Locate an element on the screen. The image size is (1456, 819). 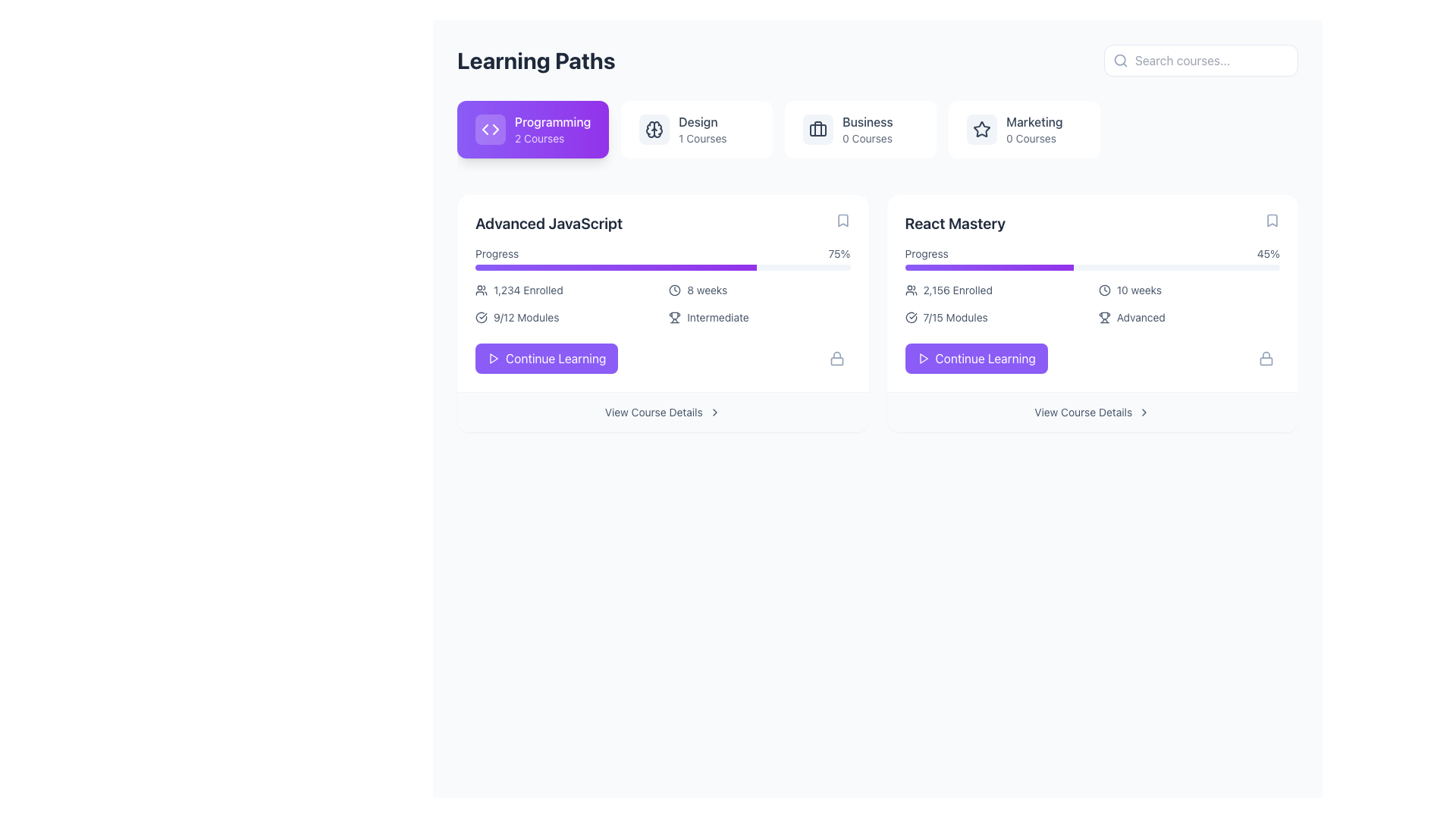
the icon representing the intermediate level in the 'Advanced JavaScript' section, which is located to the left of the 'Intermediate' text label is located at coordinates (674, 317).